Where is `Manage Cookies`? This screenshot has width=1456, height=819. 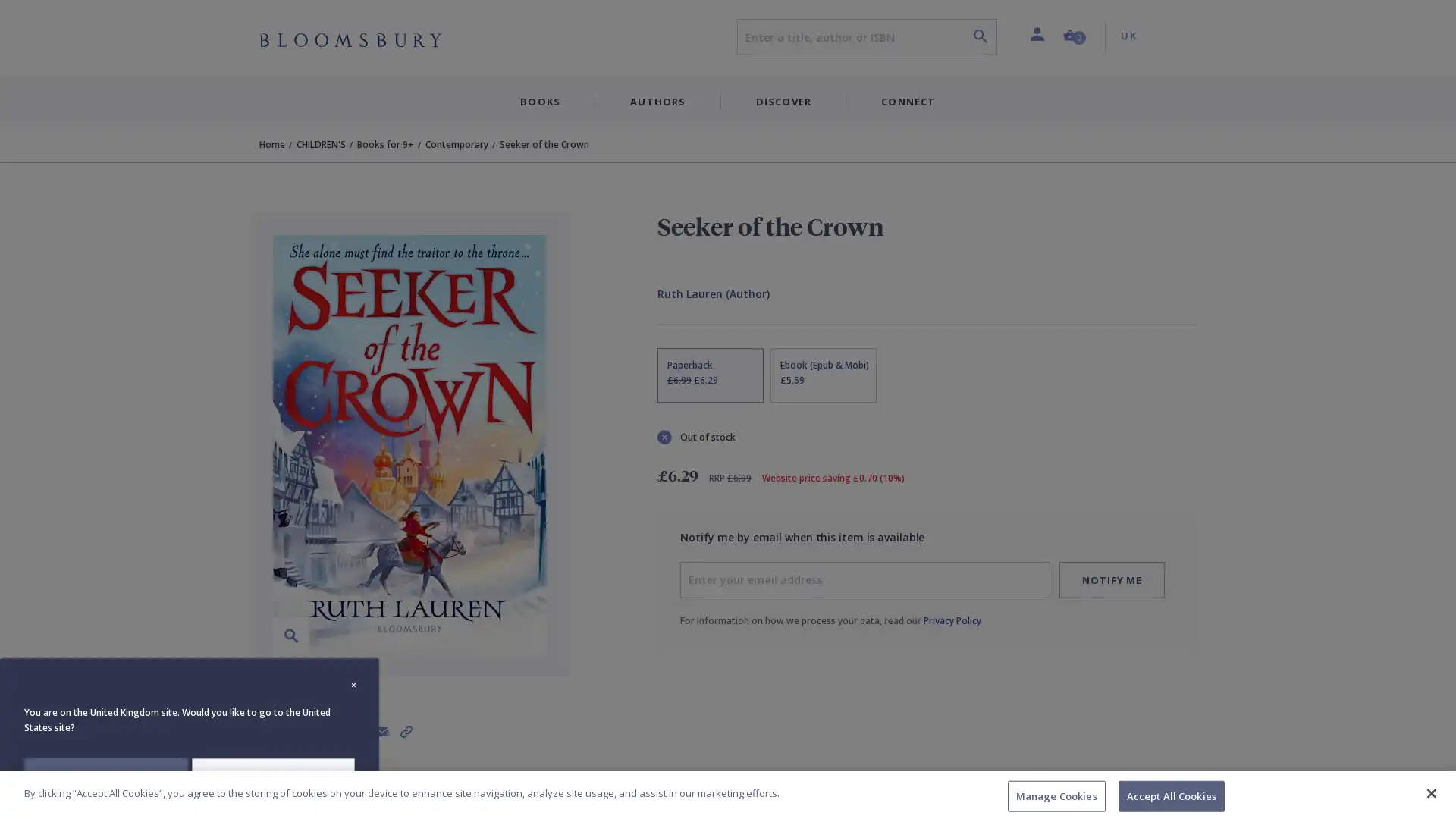 Manage Cookies is located at coordinates (1055, 795).